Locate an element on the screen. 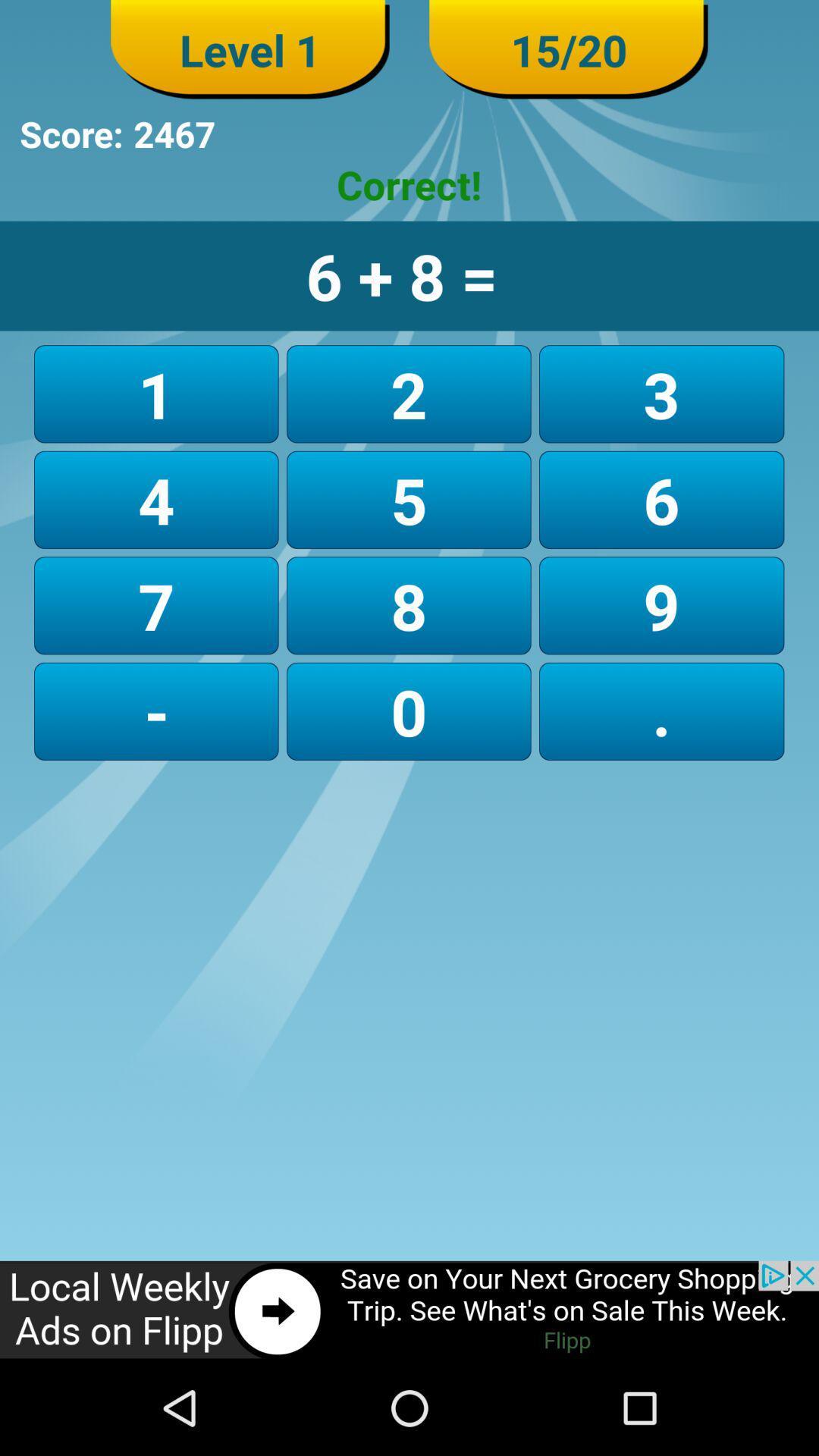  the icon next to the 8 item is located at coordinates (156, 711).